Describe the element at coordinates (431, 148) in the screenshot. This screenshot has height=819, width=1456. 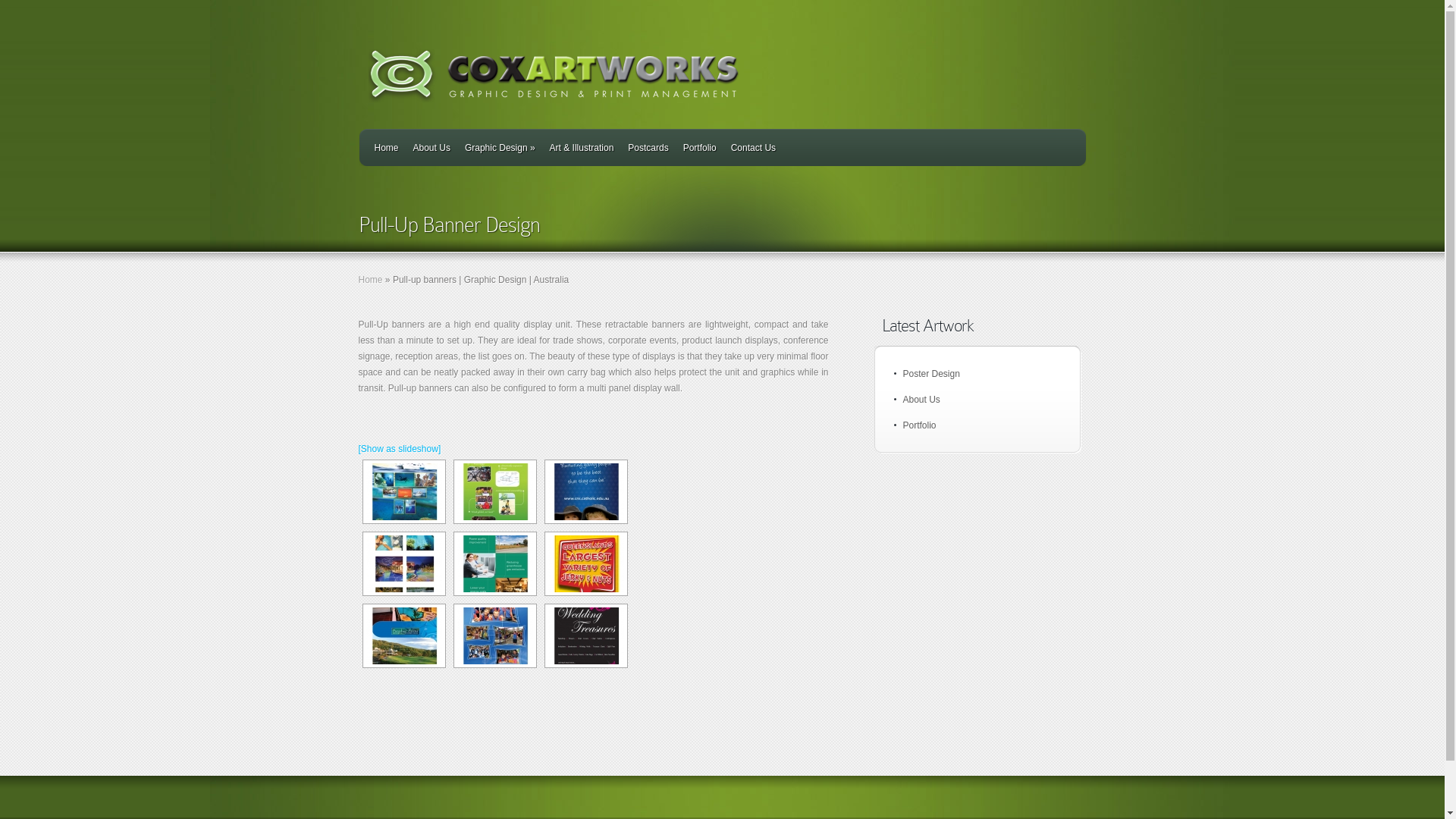
I see `'About Us'` at that location.